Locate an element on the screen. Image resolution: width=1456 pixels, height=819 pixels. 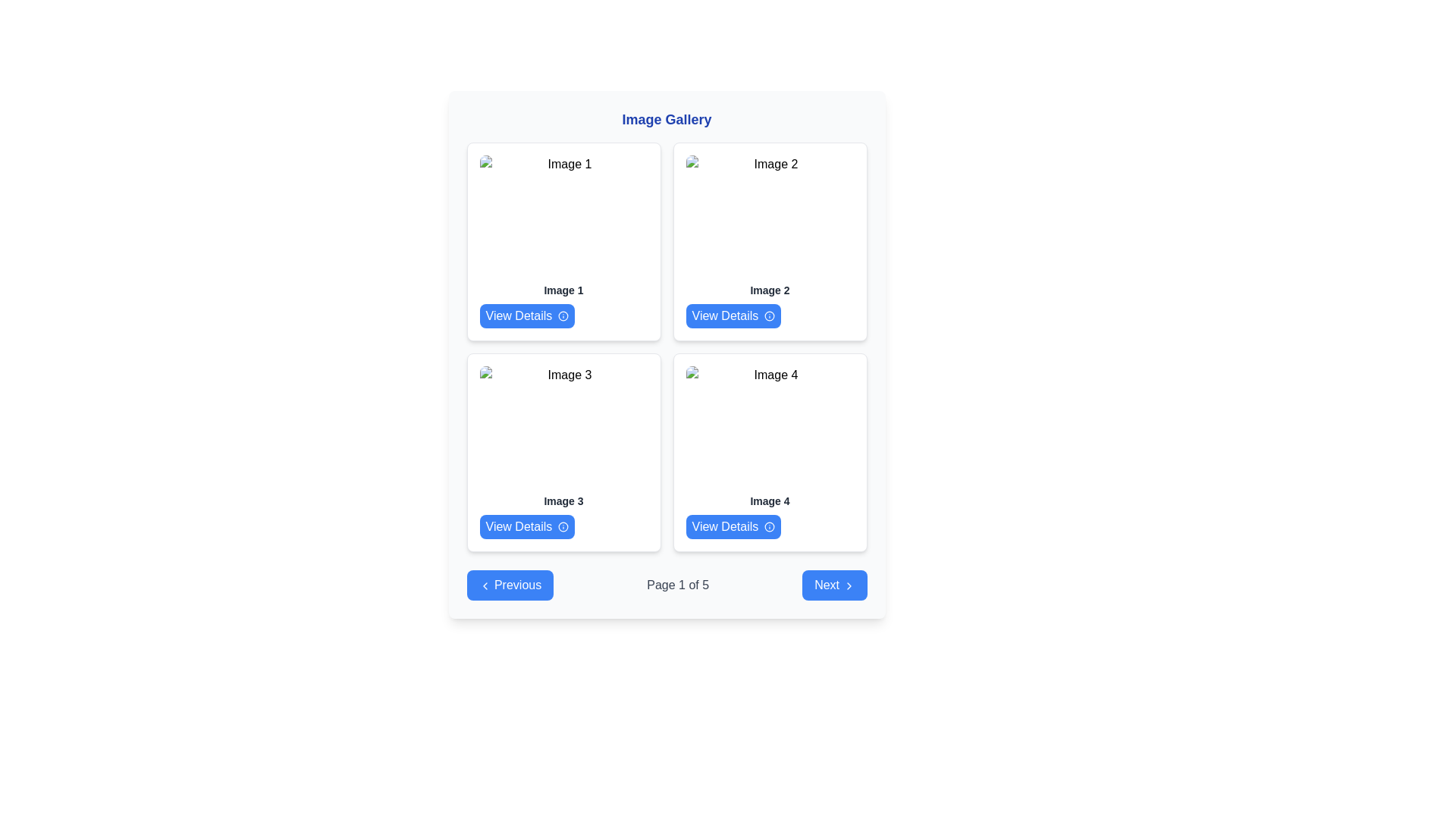
the label displaying 'Image 1' in bold black font, located beneath the image placeholder in the top-left card of a 2x2 grid layout is located at coordinates (563, 290).